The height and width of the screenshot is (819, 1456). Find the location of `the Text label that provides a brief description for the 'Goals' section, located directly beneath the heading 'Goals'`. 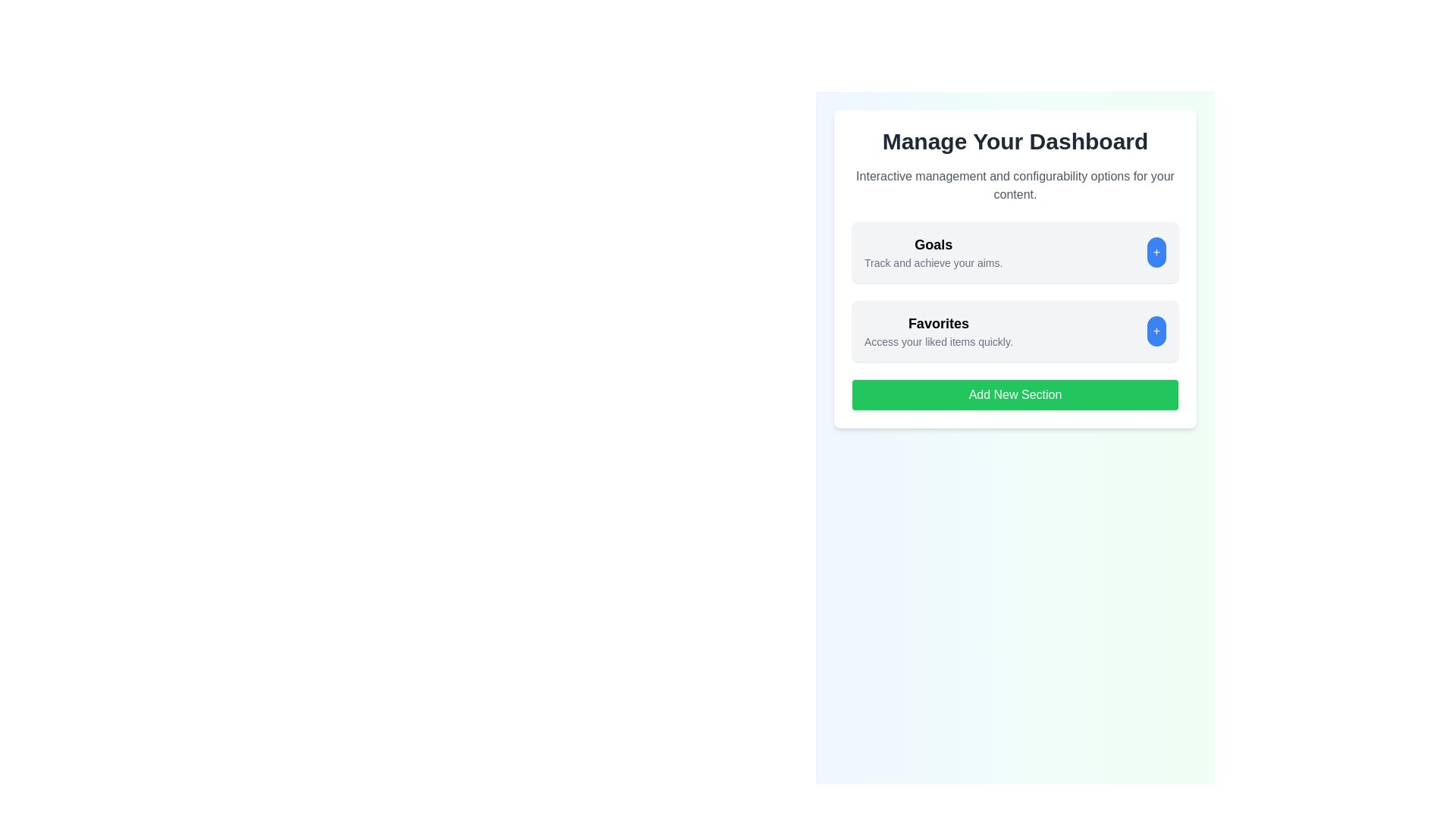

the Text label that provides a brief description for the 'Goals' section, located directly beneath the heading 'Goals' is located at coordinates (933, 262).